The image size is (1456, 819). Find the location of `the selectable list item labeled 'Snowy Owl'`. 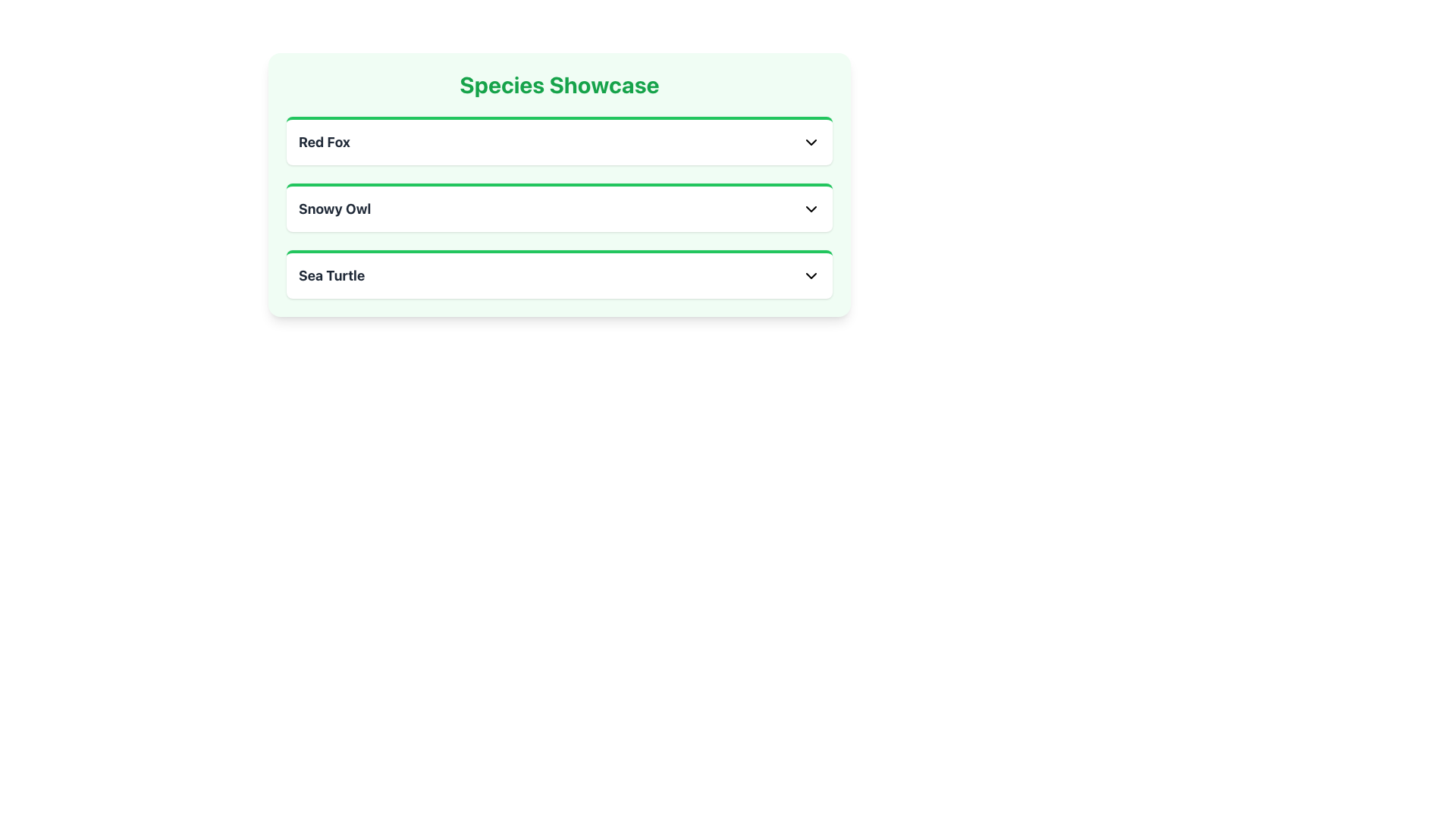

the selectable list item labeled 'Snowy Owl' is located at coordinates (559, 207).